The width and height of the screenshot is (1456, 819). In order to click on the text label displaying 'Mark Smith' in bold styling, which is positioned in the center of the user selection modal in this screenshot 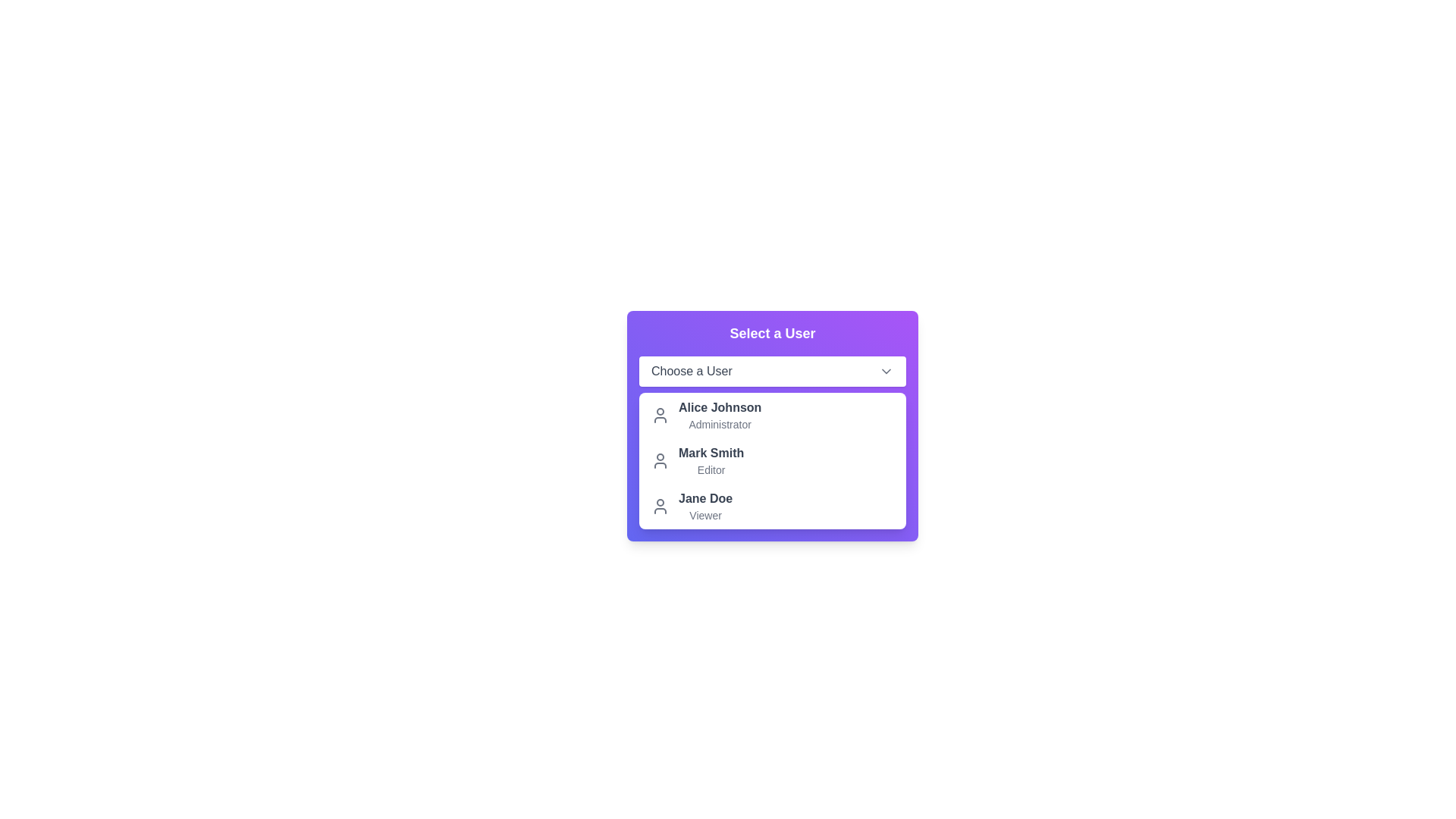, I will do `click(711, 452)`.